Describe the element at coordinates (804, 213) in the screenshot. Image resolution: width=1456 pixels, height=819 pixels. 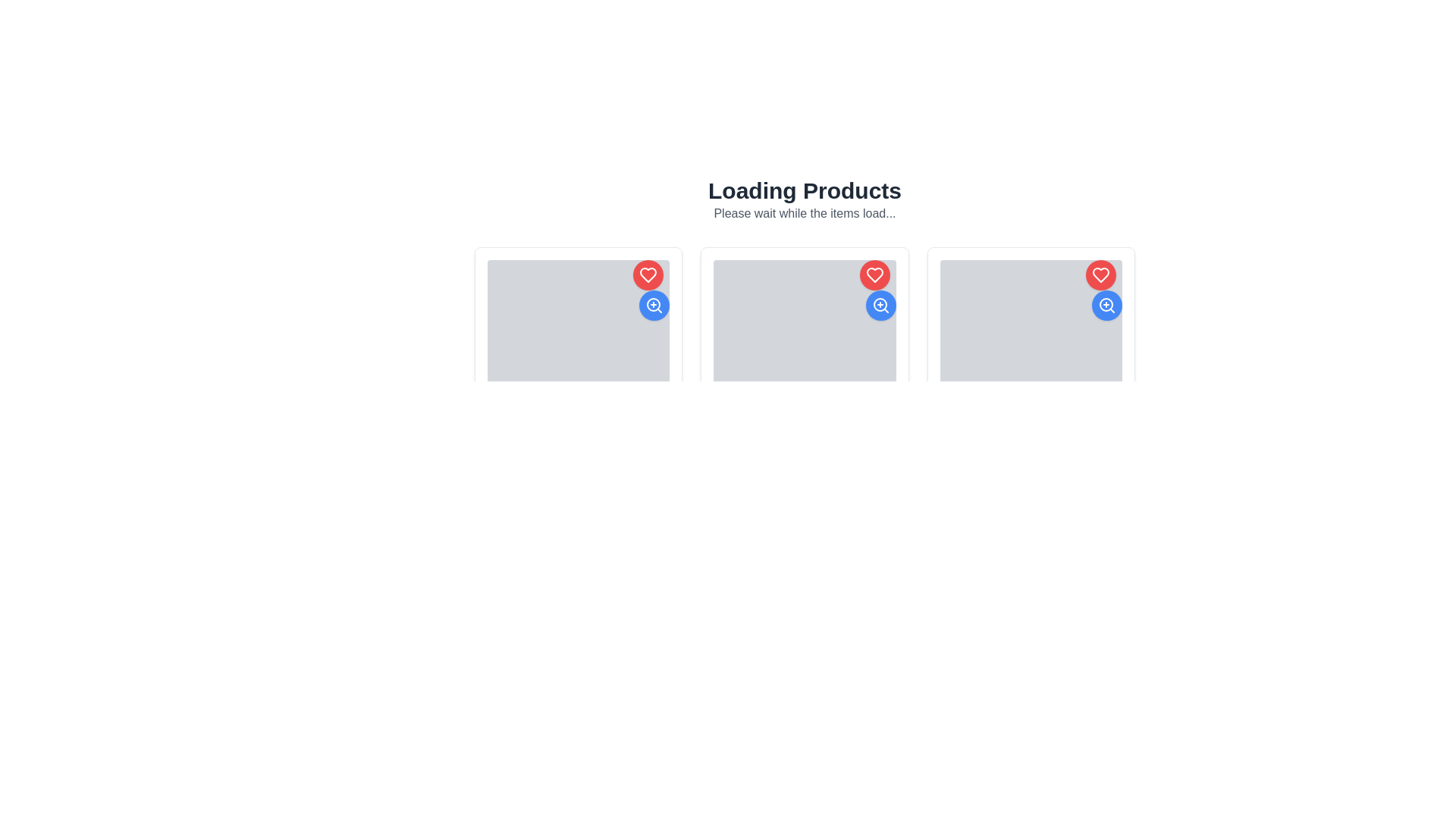
I see `the static text label that indicates the loading of items is in progress, located beneath the 'Loading Products' text and above image placeholders` at that location.